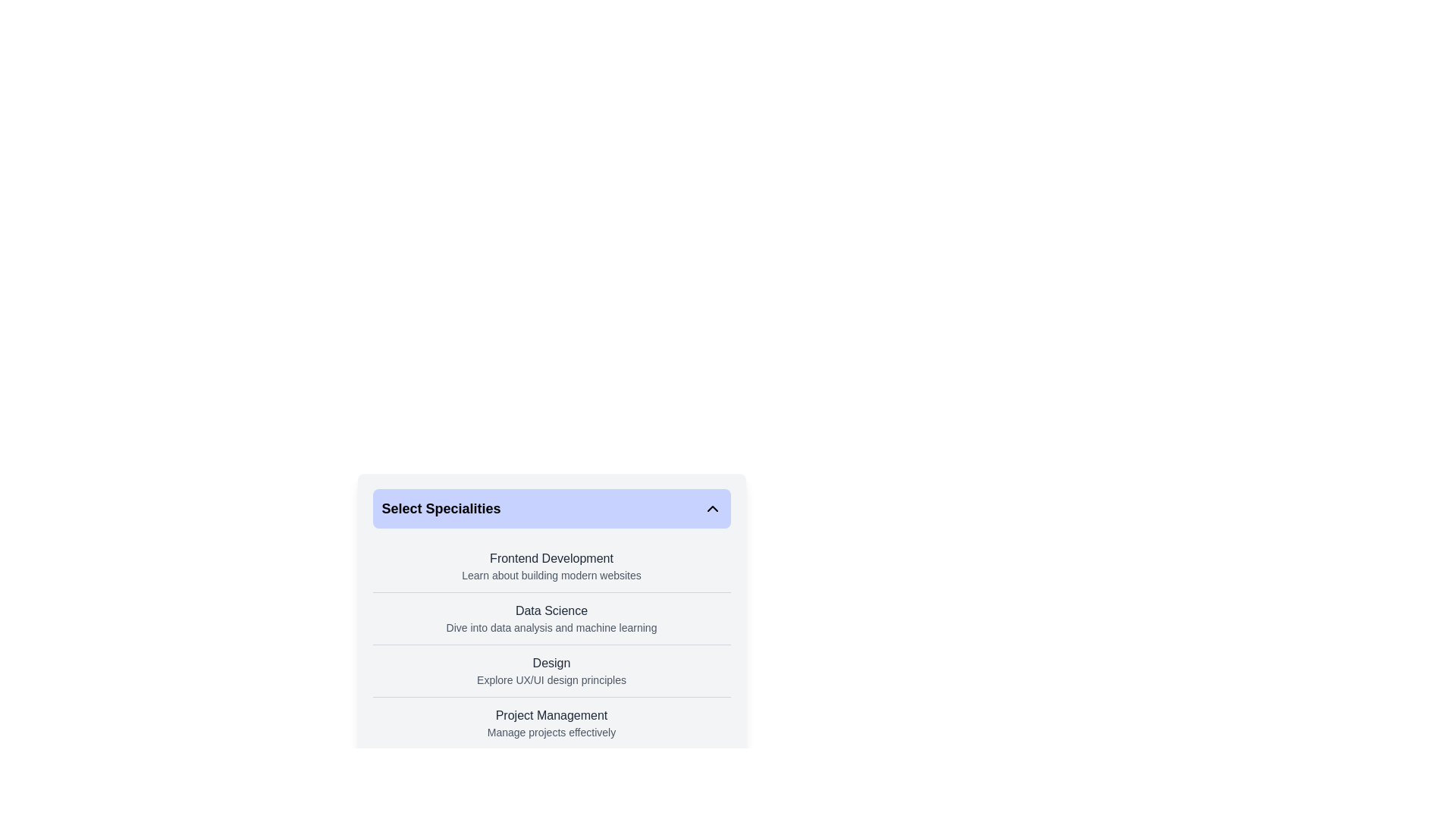 This screenshot has width=1456, height=819. Describe the element at coordinates (551, 618) in the screenshot. I see `the second card in the list related to 'Data Science'` at that location.